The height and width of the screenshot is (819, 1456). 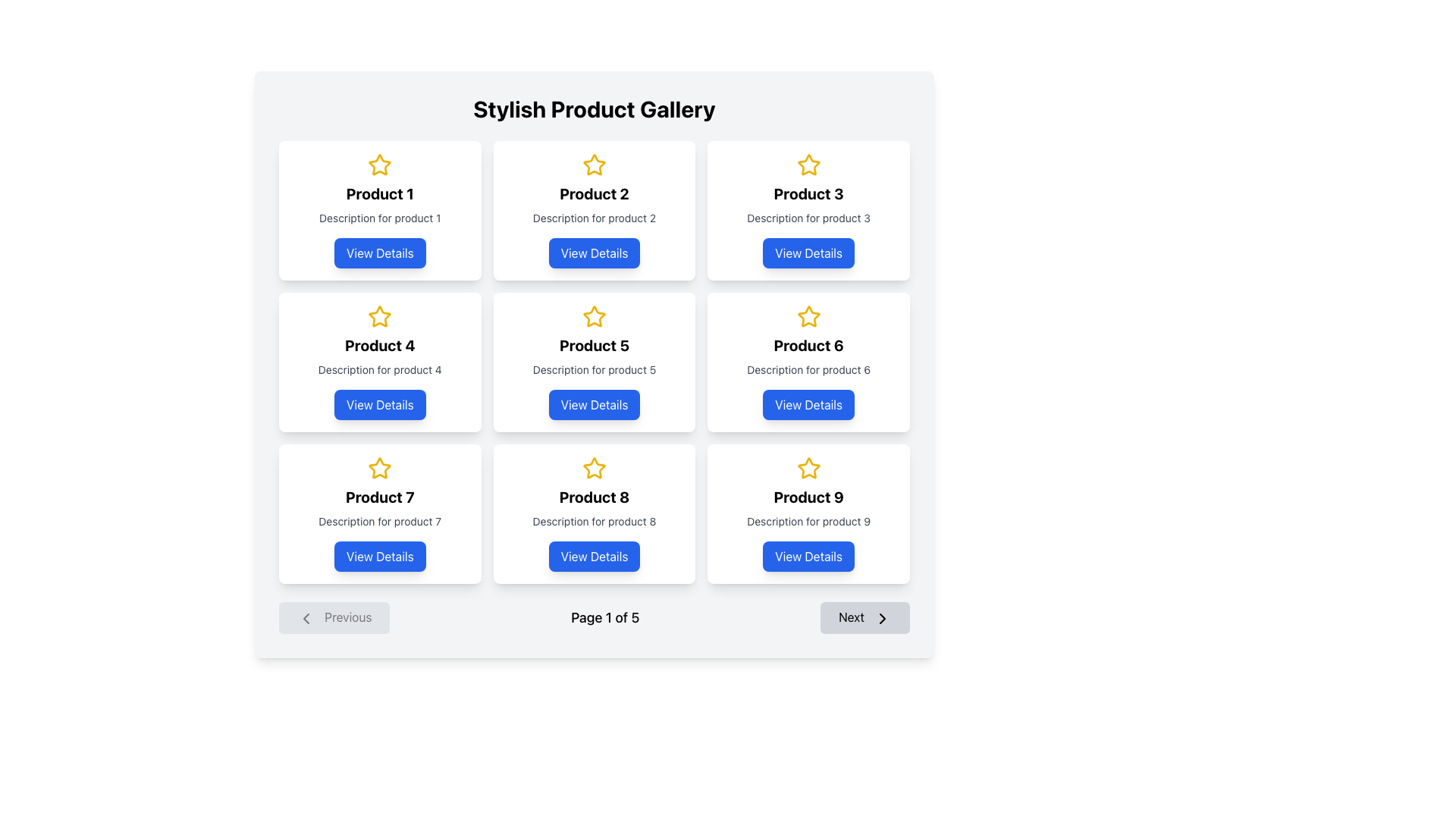 What do you see at coordinates (380, 520) in the screenshot?
I see `the text element containing the phrase 'Description for product 7', which is styled in a smaller gray font and located under the title 'Product 7' within the white background card` at bounding box center [380, 520].